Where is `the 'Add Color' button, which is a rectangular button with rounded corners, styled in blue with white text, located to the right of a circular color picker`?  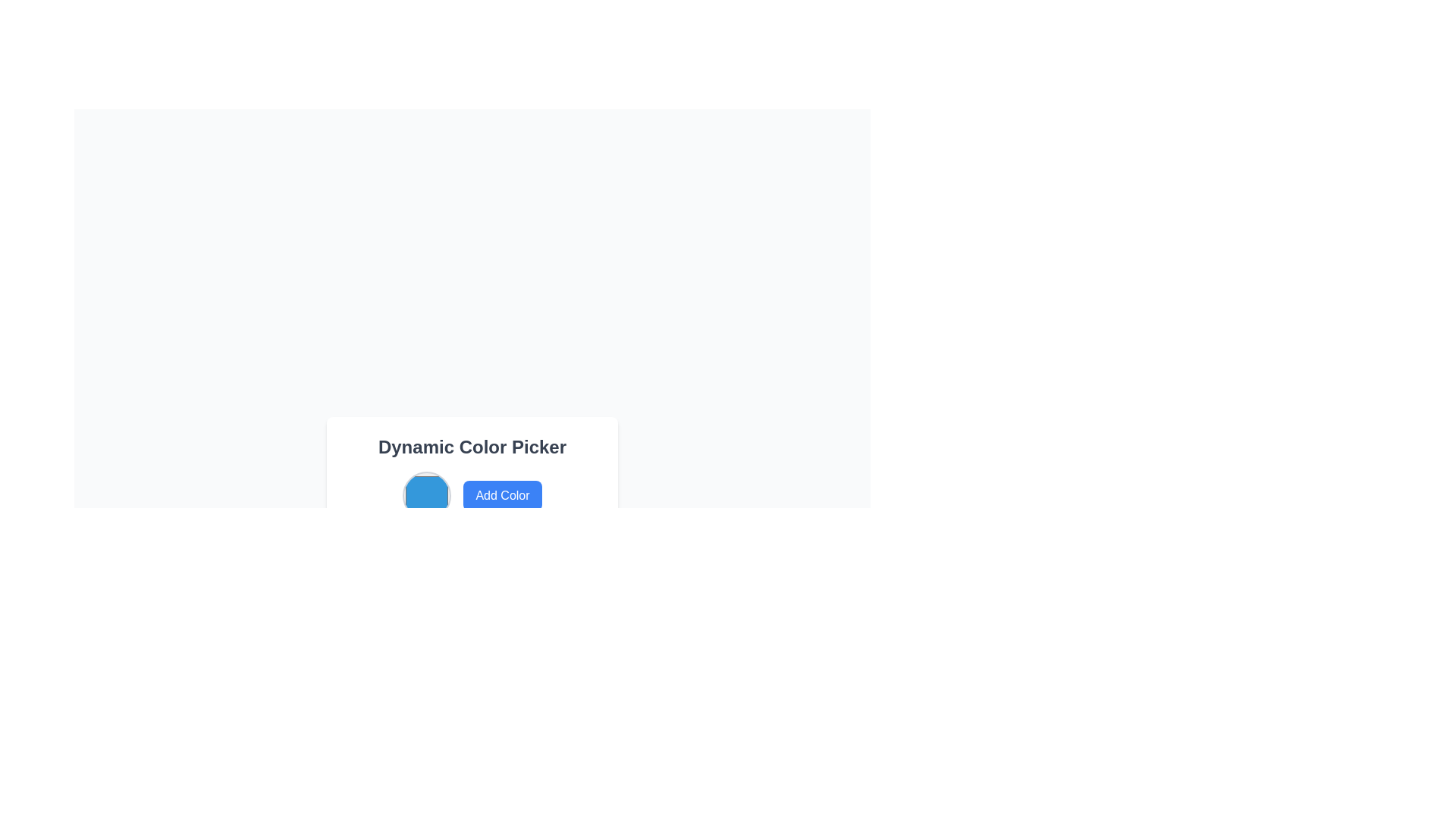
the 'Add Color' button, which is a rectangular button with rounded corners, styled in blue with white text, located to the right of a circular color picker is located at coordinates (502, 496).